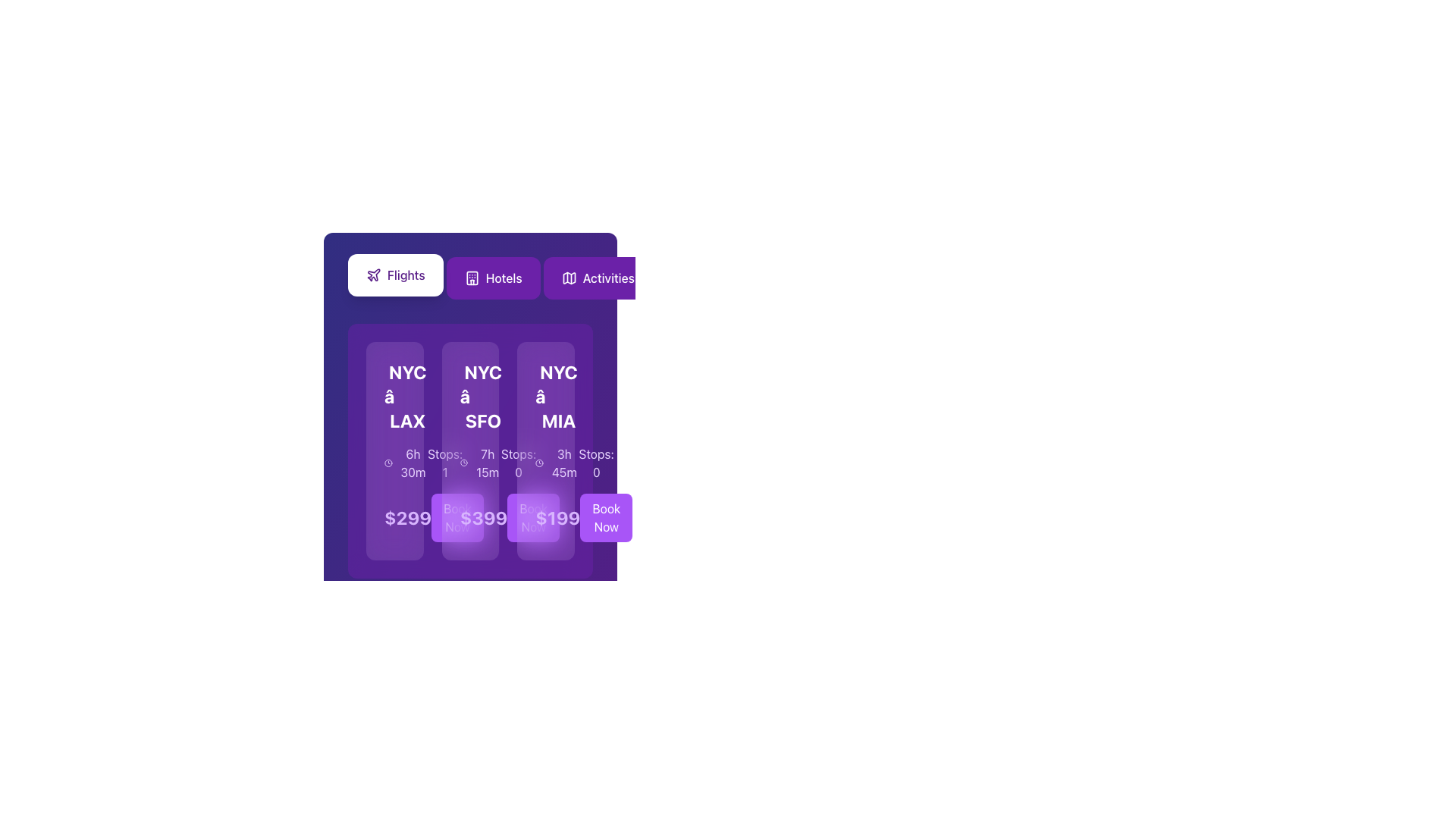 The width and height of the screenshot is (1456, 819). I want to click on the outlined clock icon located at the beginning of the '3h 45m' text group in the lower section of the 'NYC to MIA' card, so click(539, 462).